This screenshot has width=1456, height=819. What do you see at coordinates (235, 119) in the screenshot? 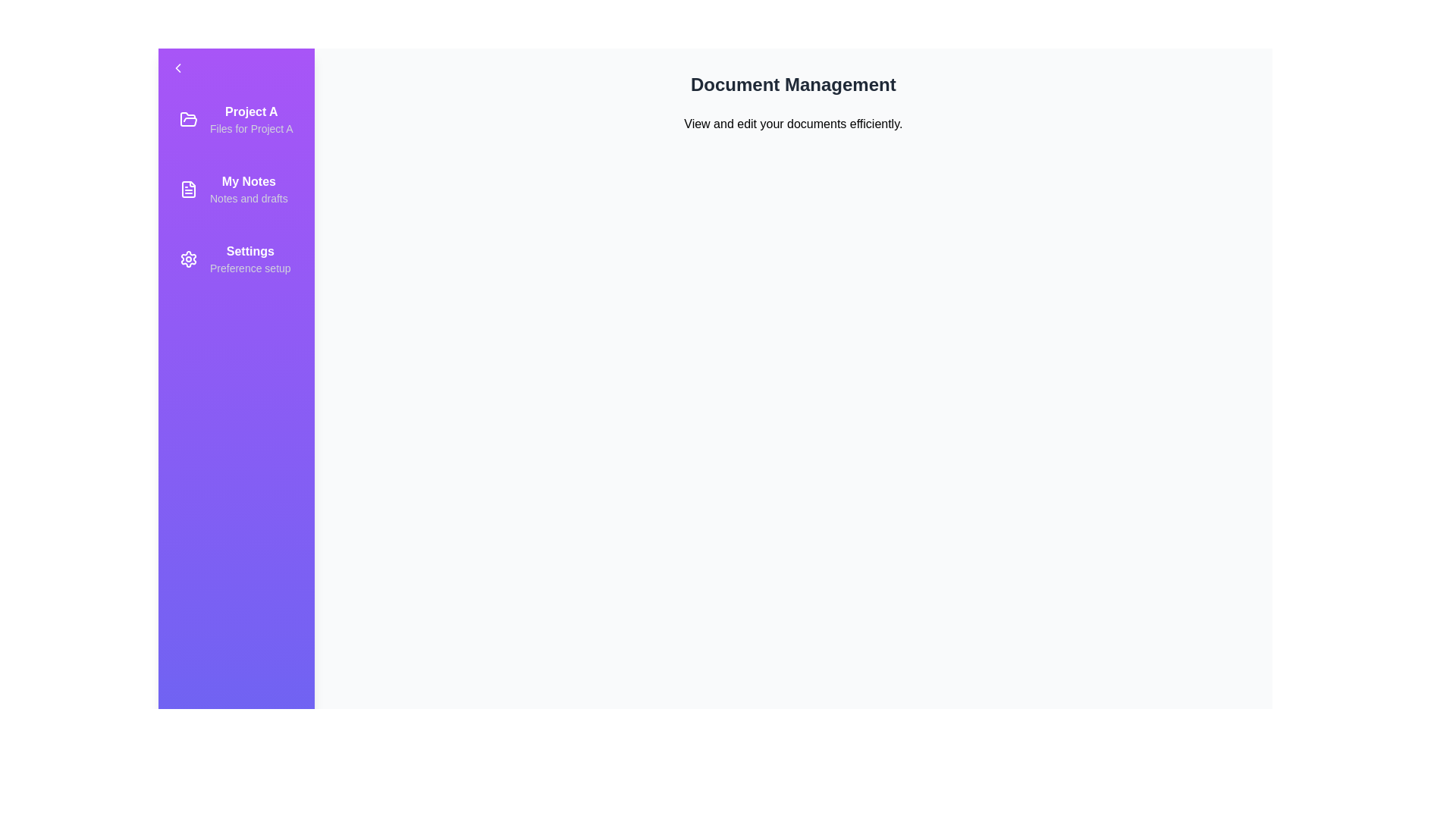
I see `the item Project A to trigger its hover effect` at bounding box center [235, 119].